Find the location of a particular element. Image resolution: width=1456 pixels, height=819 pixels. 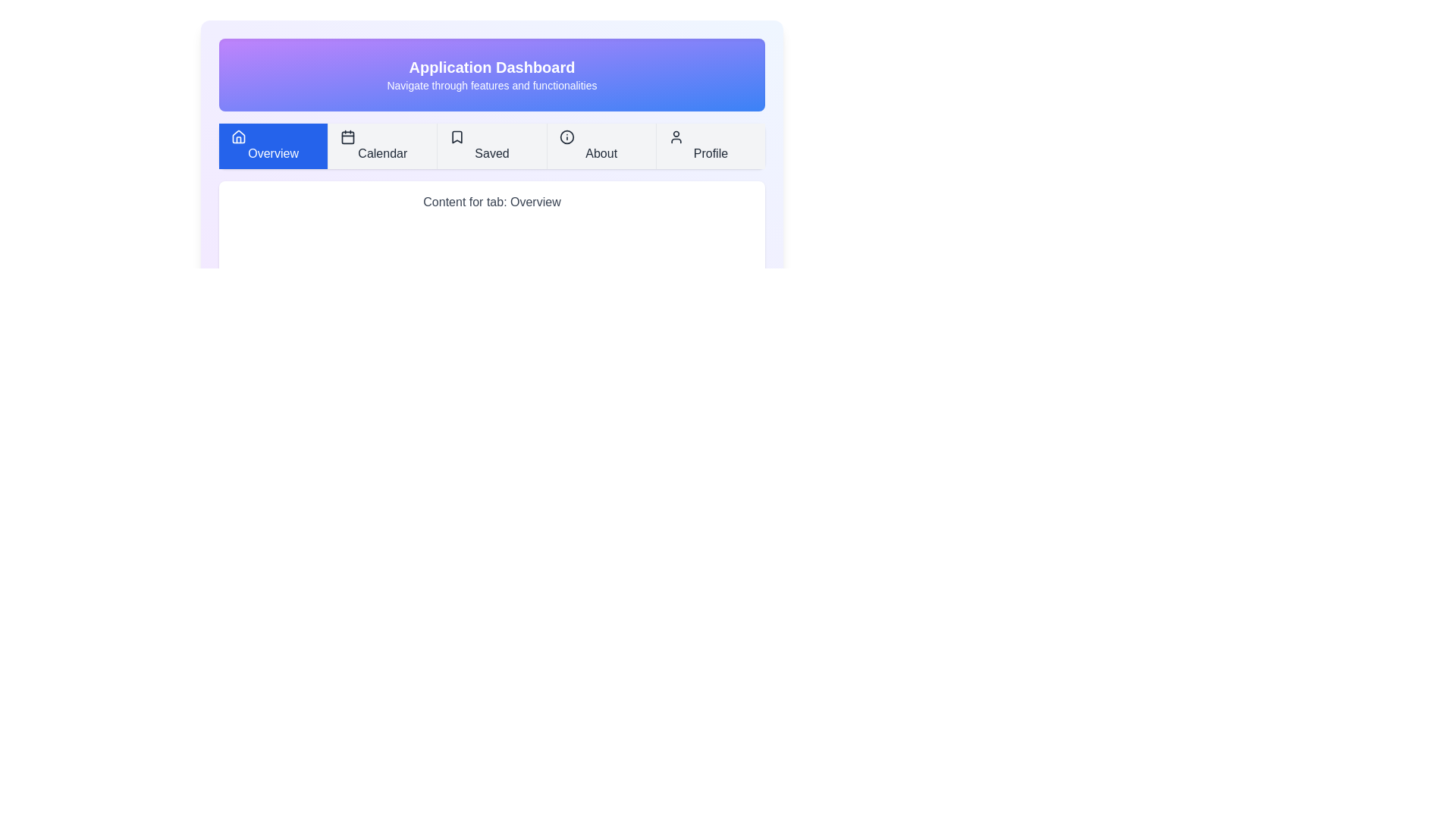

the decorative circular icon styled as an outline of a circle with a dot inside, located in the 'About' tab of the navigation bar is located at coordinates (566, 137).